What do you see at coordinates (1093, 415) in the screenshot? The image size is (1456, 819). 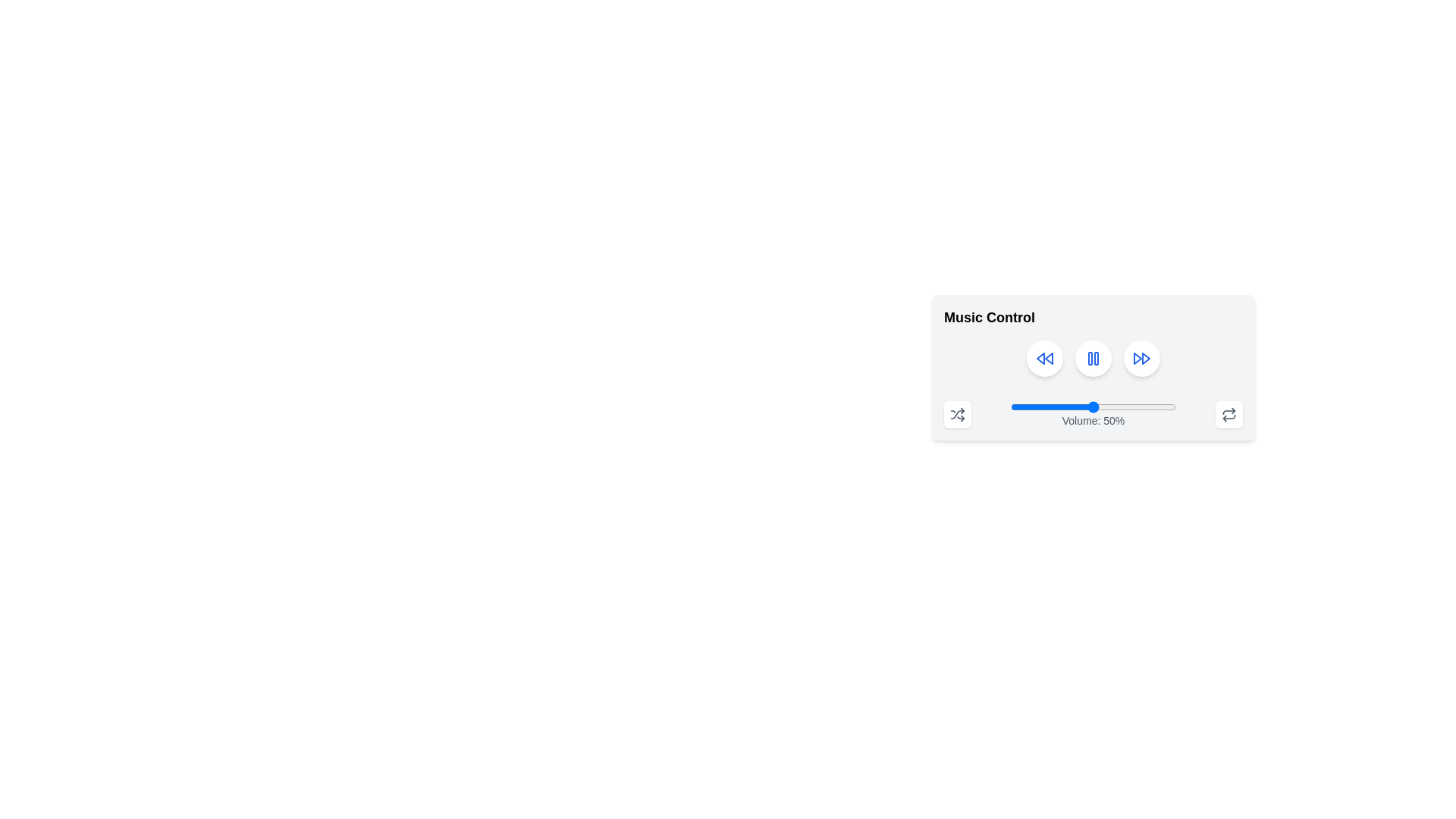 I see `label displaying the current volume level ('Volume: 50%') from the Volume control slider located in the bottom center of the music control panel` at bounding box center [1093, 415].